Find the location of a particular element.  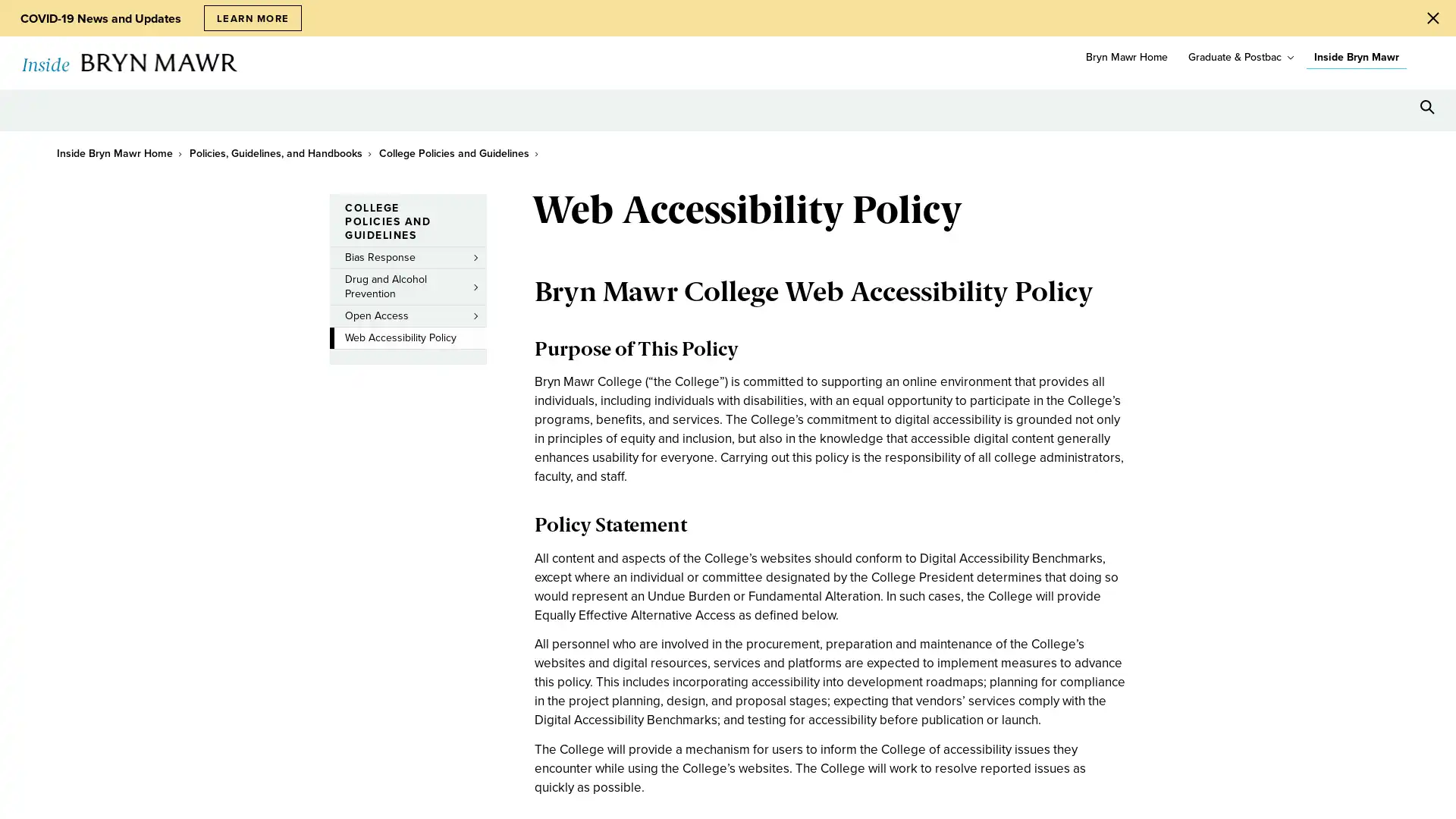

Open Location menu is located at coordinates (1314, 105).